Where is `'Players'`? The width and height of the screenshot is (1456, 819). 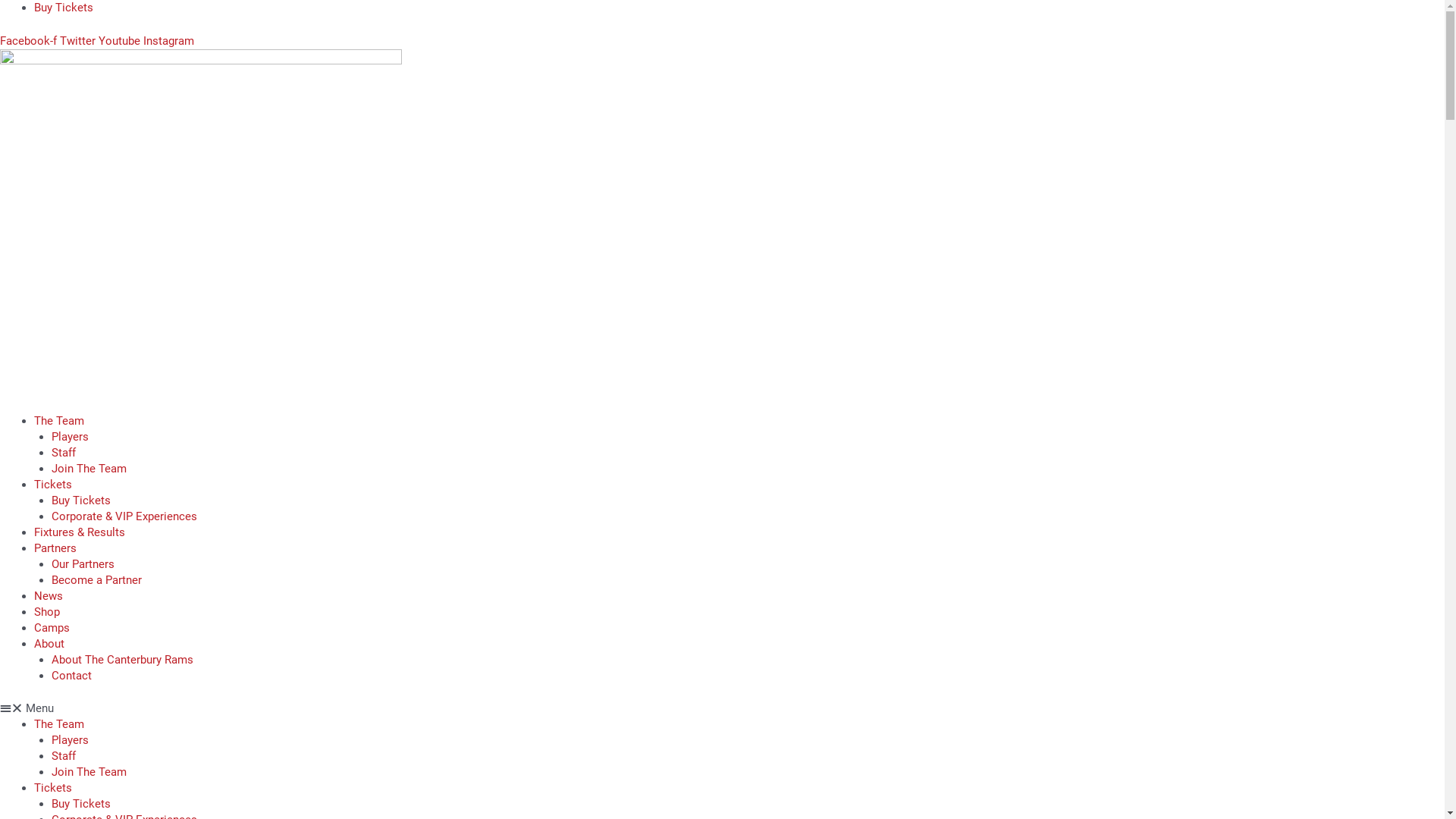
'Players' is located at coordinates (51, 739).